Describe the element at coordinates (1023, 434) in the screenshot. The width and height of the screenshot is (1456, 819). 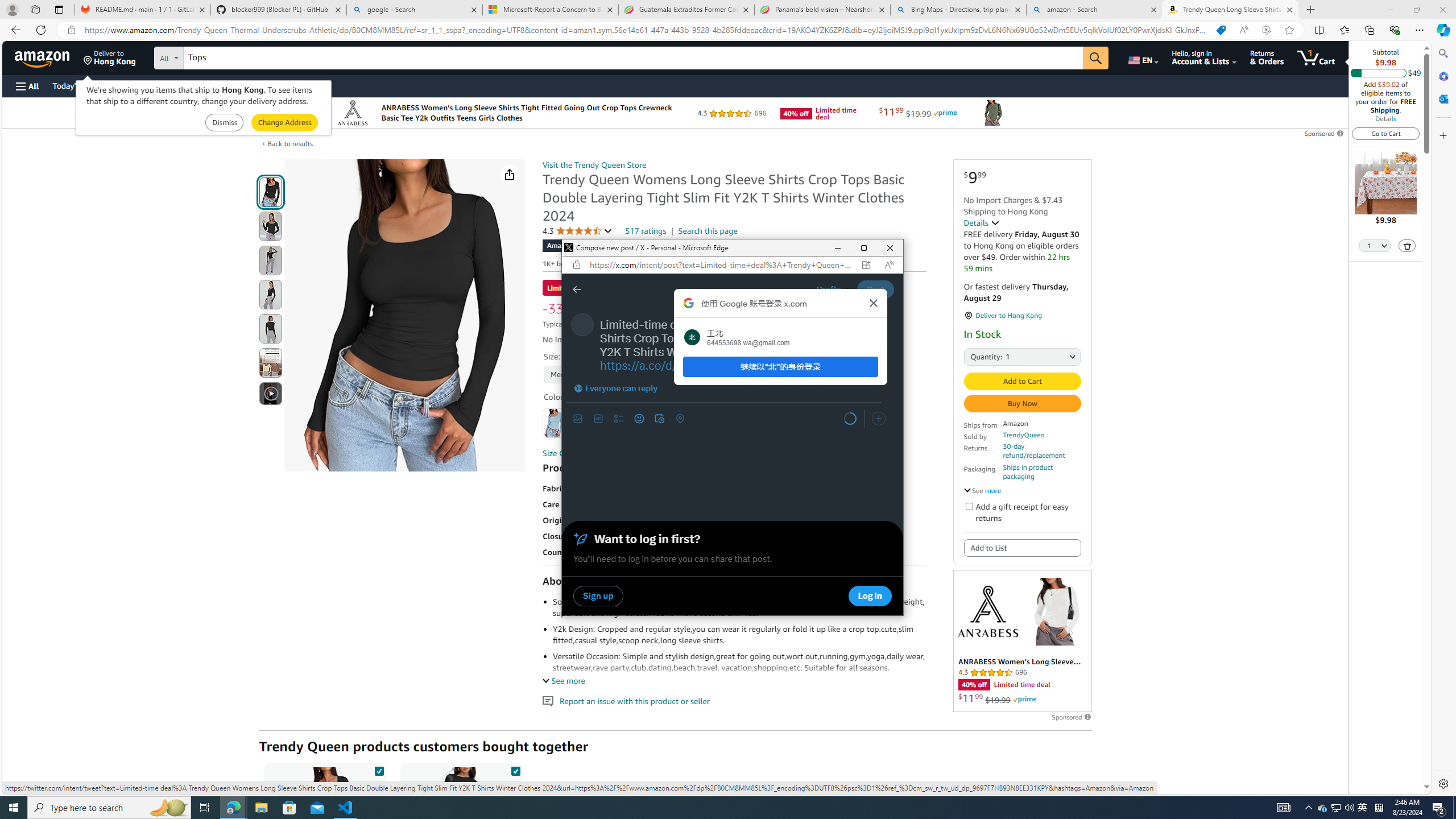
I see `'TrendyQueen'` at that location.